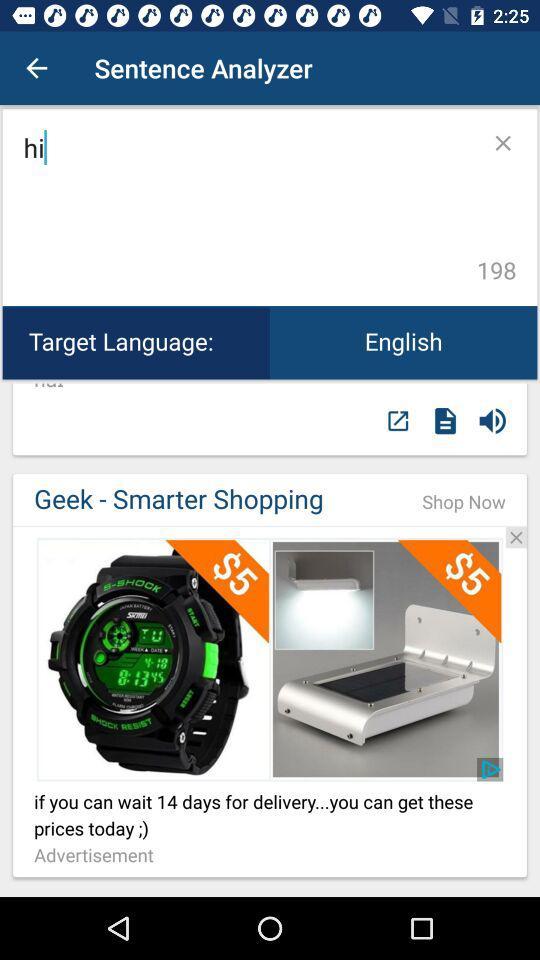 This screenshot has width=540, height=960. Describe the element at coordinates (403, 342) in the screenshot. I see `the icon below hi` at that location.